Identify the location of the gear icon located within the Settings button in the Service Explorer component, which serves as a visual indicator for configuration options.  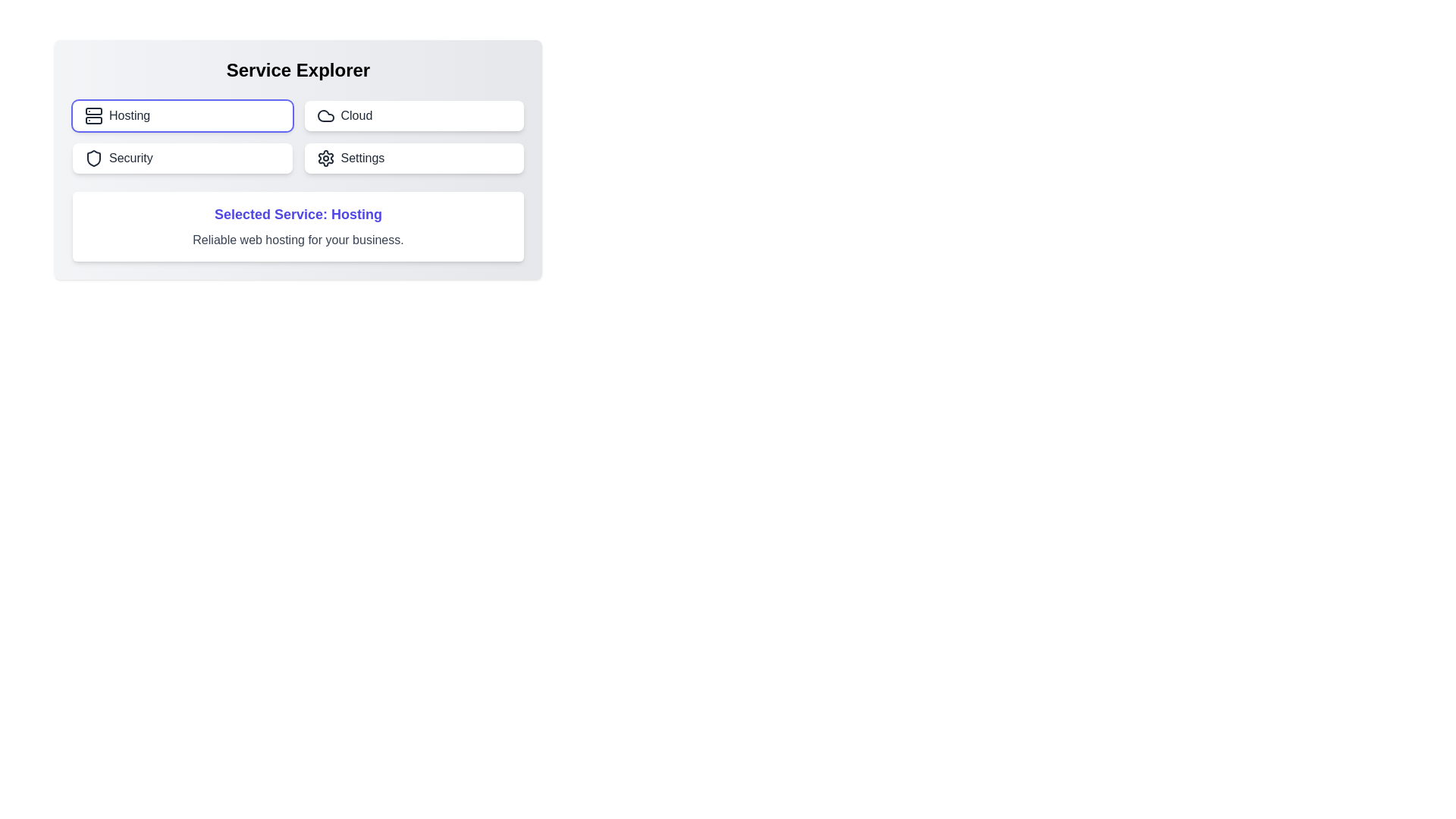
(325, 158).